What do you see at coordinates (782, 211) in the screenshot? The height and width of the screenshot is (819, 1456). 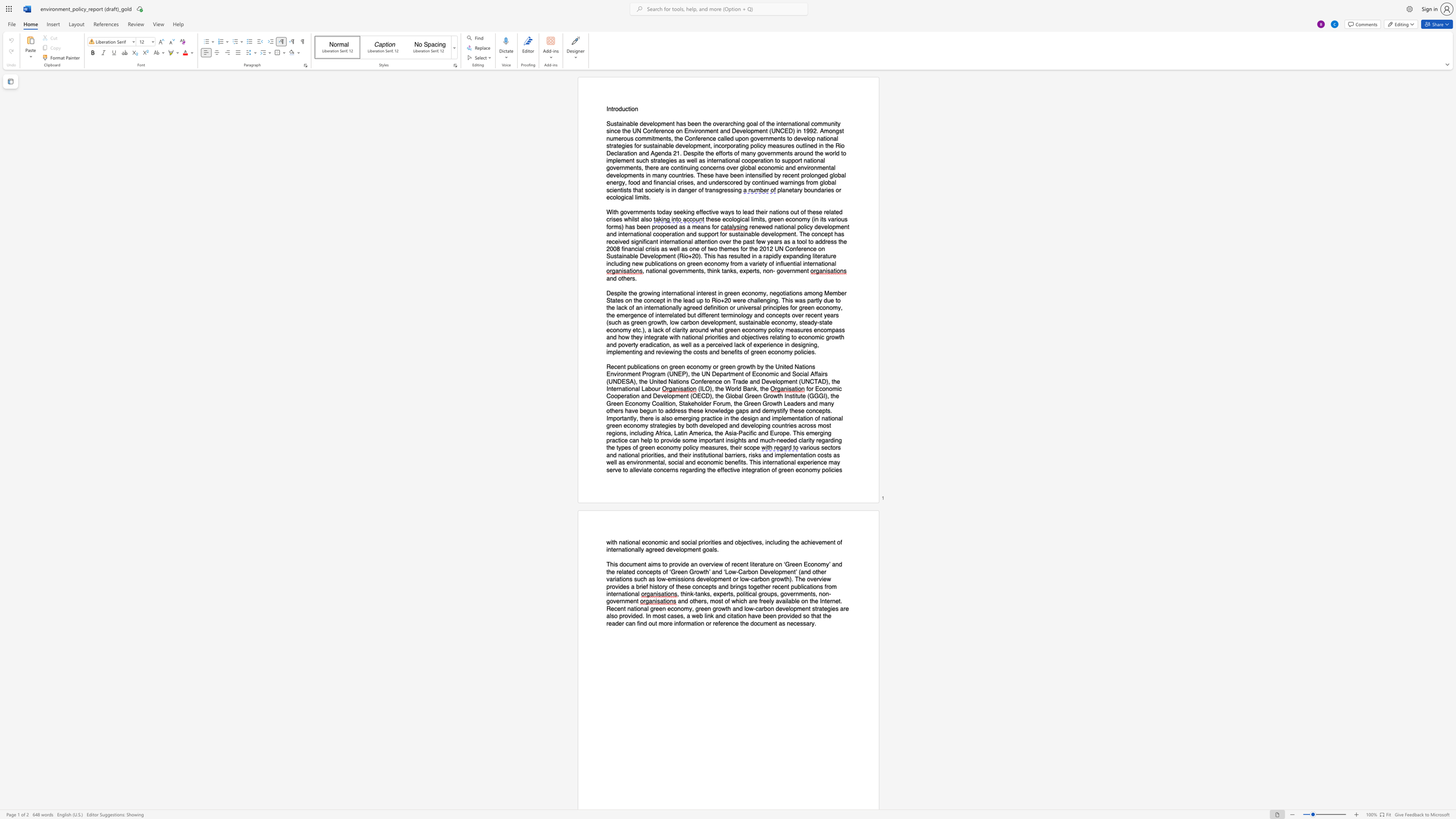 I see `the subset text "ns out of these related crises whilst" within the text "With governments today seeking effective ways to lead their nations out of these related crises whilst also"` at bounding box center [782, 211].